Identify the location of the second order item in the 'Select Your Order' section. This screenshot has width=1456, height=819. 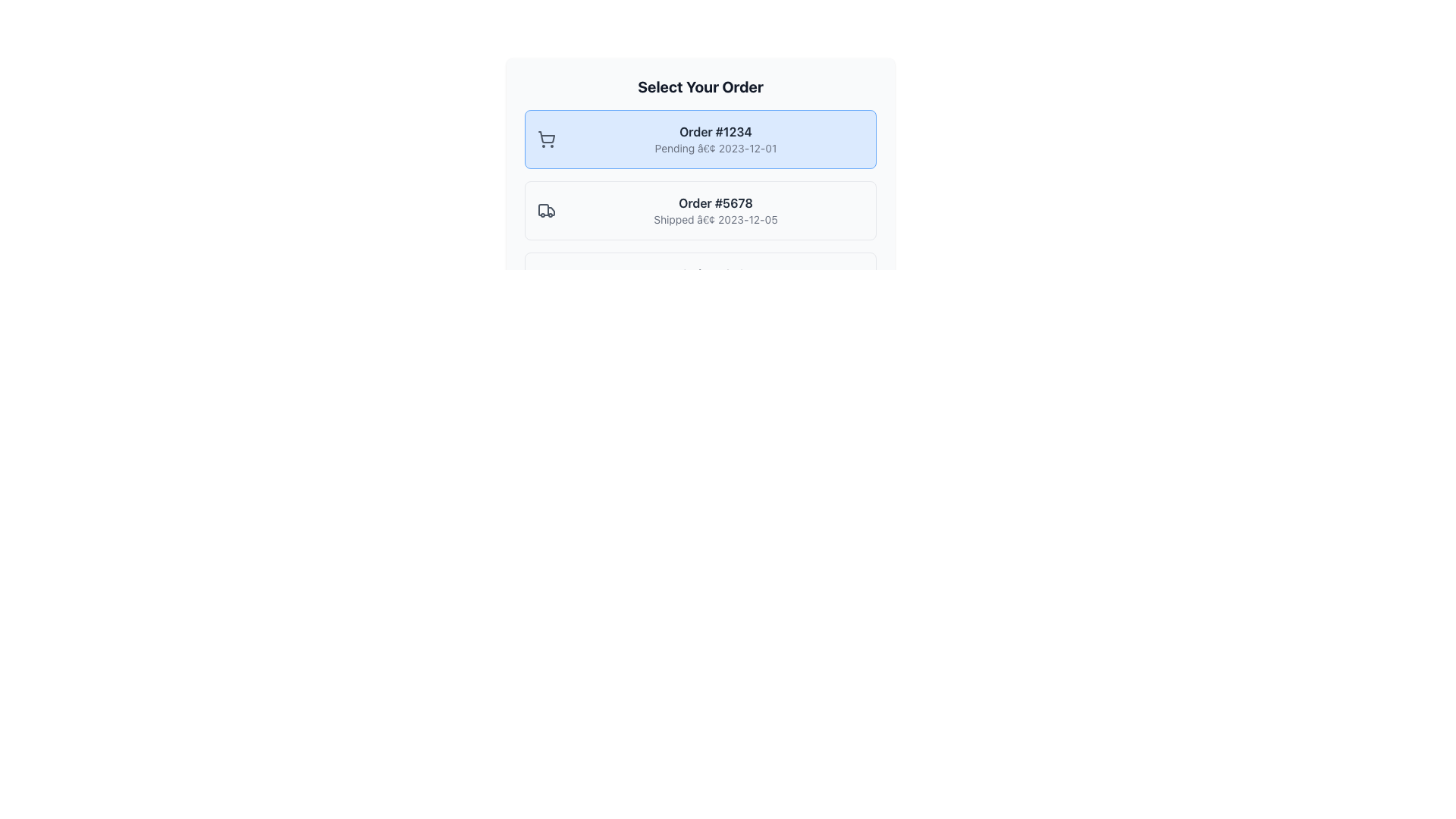
(700, 210).